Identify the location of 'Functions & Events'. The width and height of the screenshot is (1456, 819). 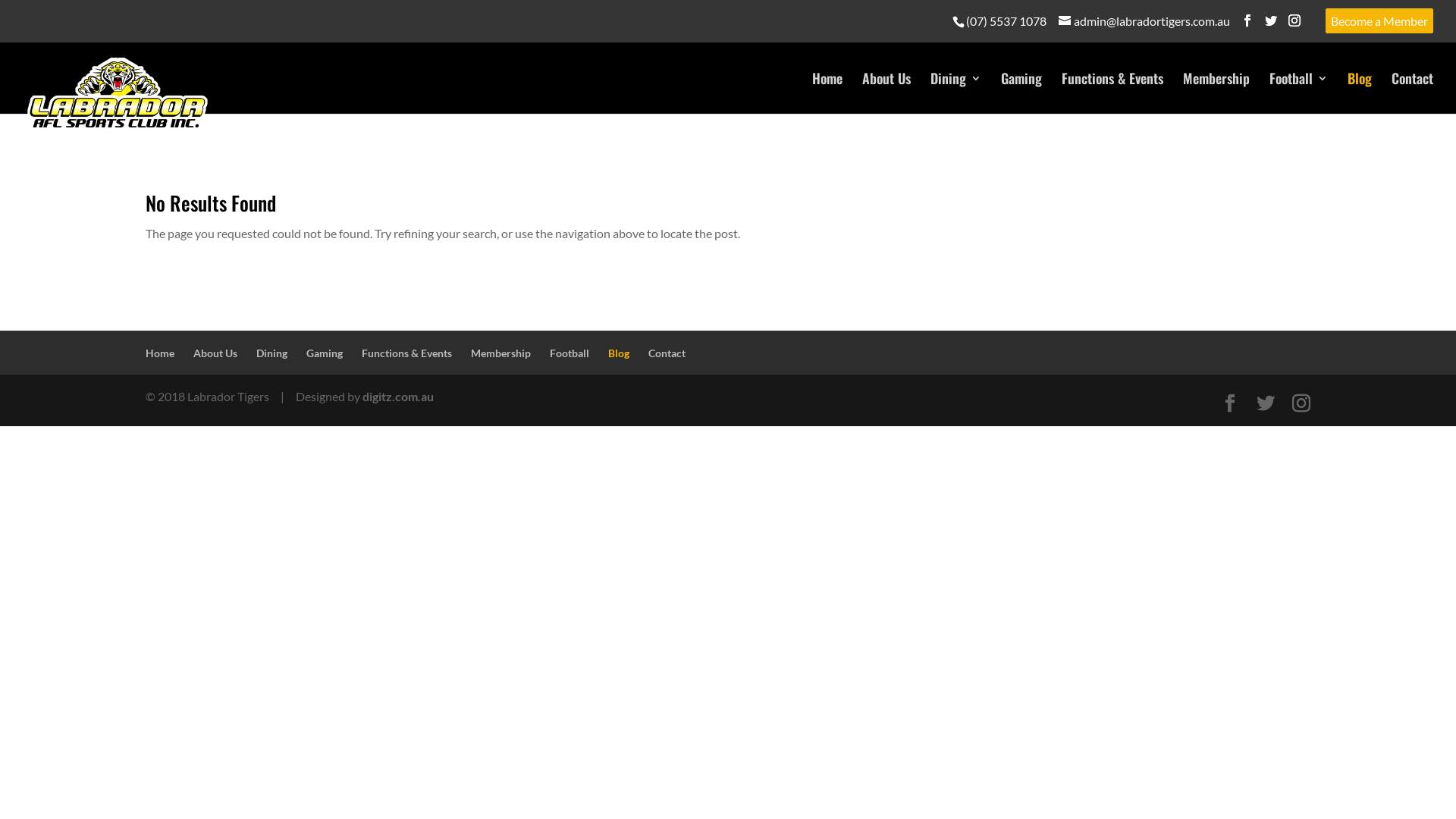
(1112, 93).